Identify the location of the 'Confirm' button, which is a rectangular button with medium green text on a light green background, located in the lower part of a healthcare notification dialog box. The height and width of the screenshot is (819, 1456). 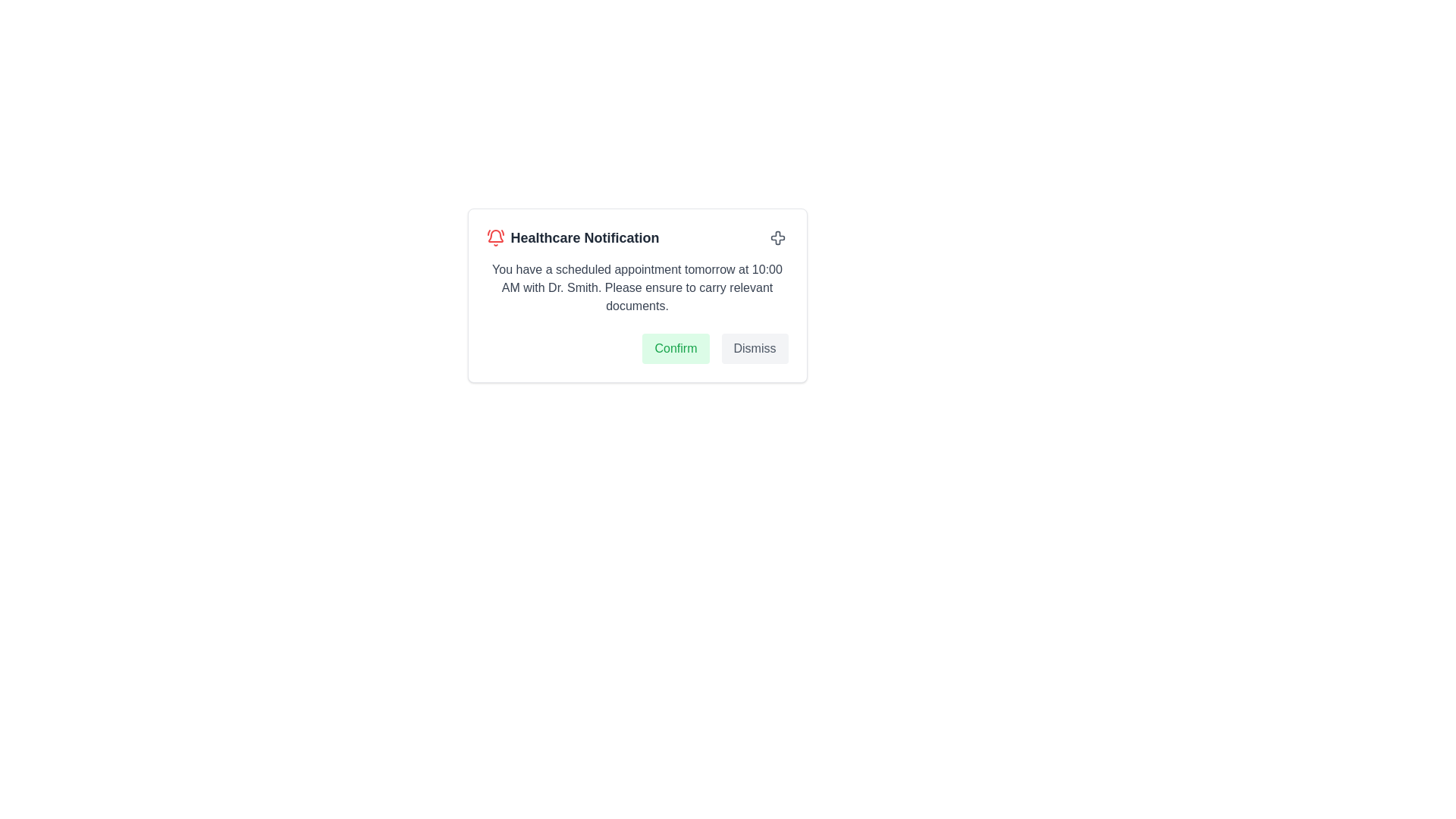
(675, 348).